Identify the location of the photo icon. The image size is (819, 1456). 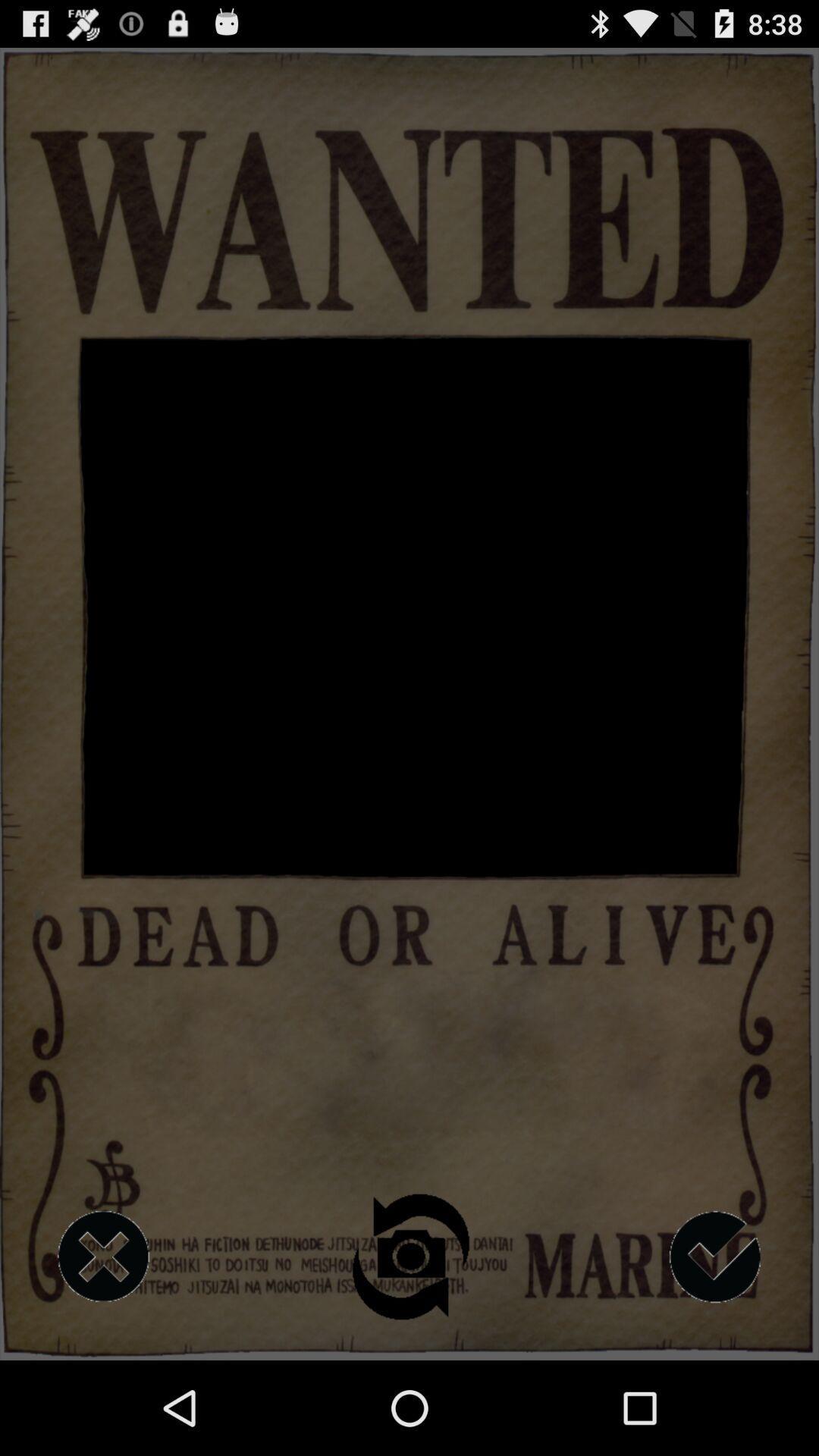
(409, 1345).